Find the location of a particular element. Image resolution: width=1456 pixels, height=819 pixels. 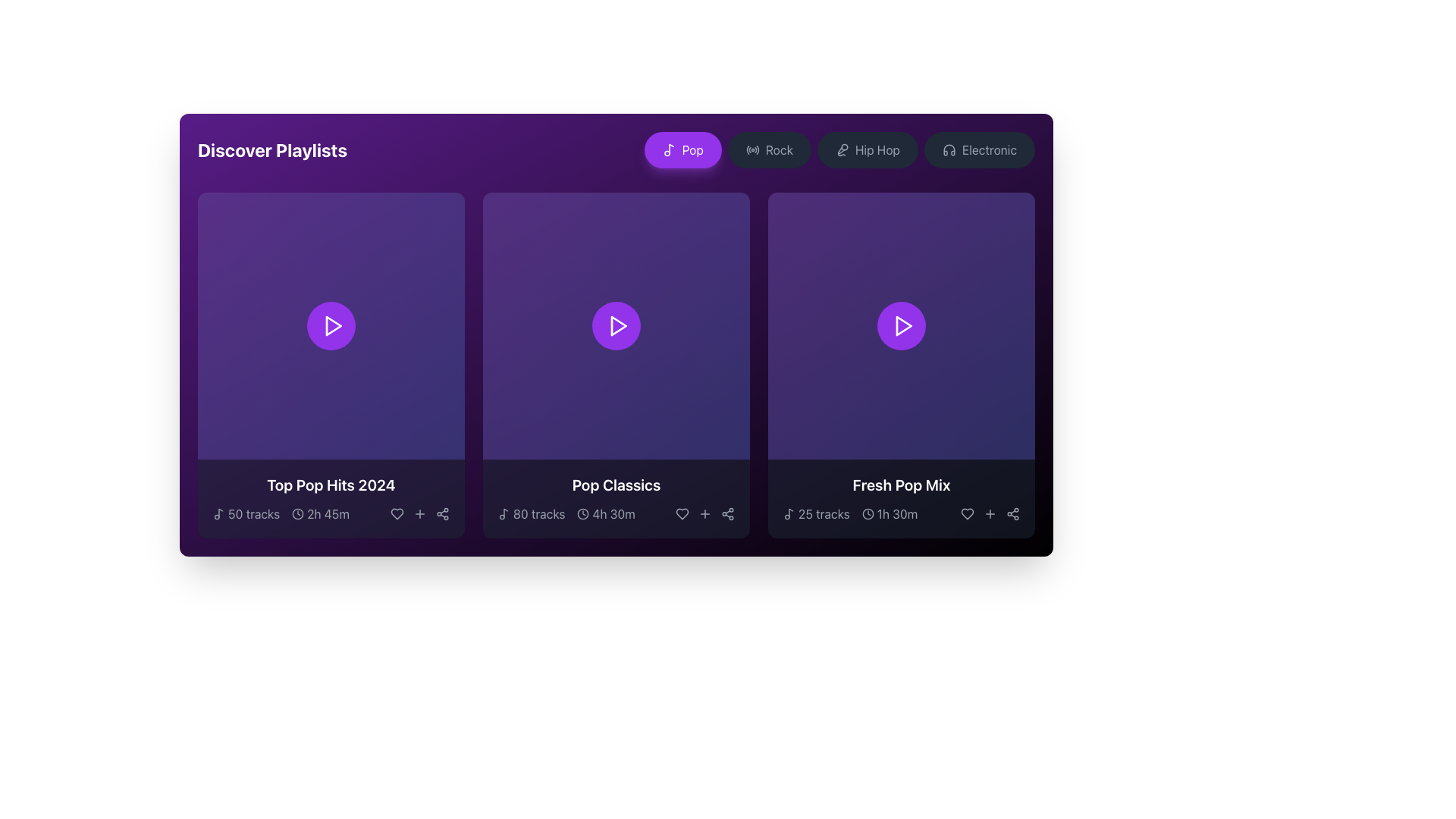

textual information display showing '80 tracks' and '4h 30m' located below the title 'Pop Classics', between the music note and clock icons is located at coordinates (616, 513).